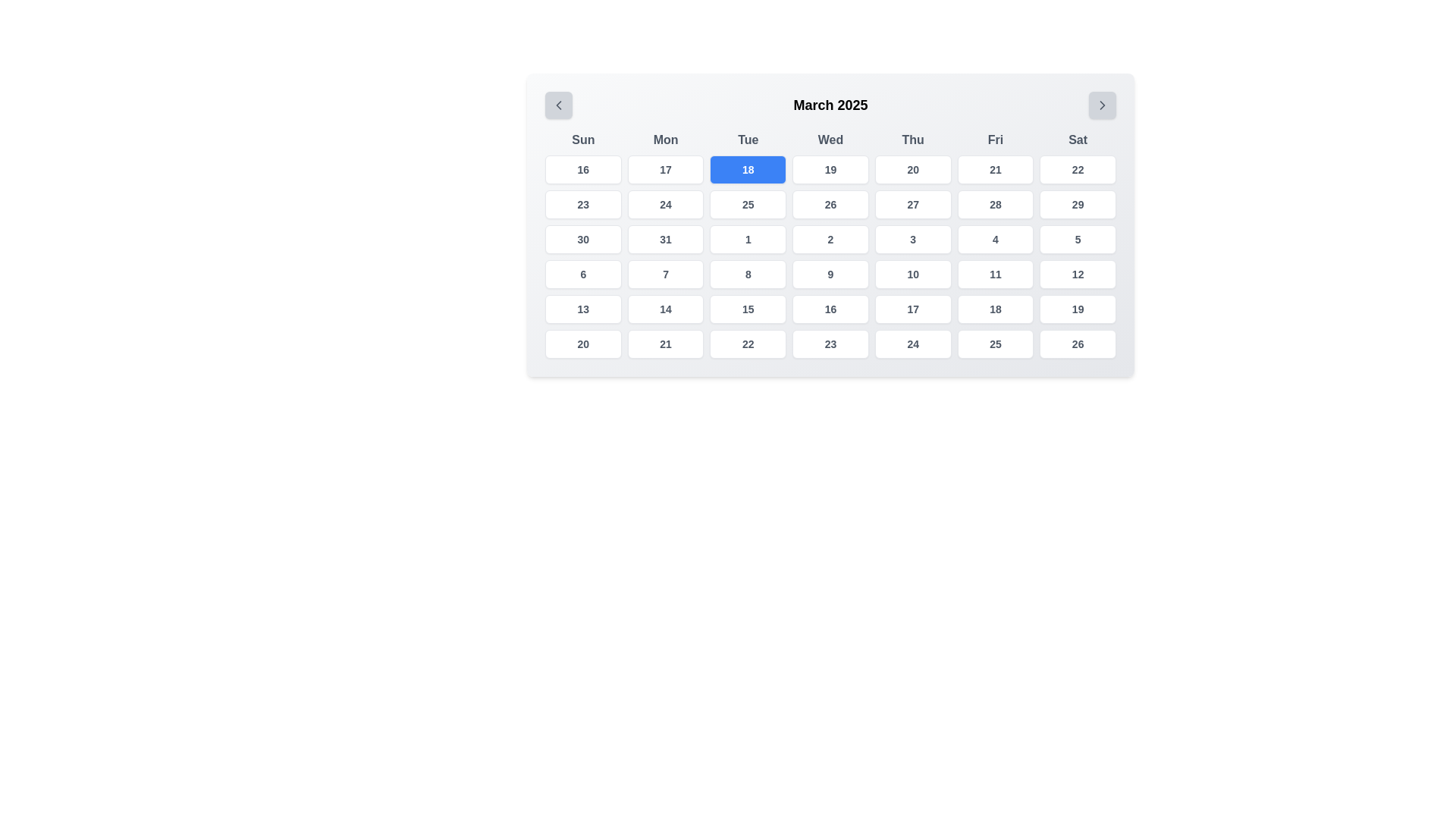 The width and height of the screenshot is (1456, 819). I want to click on the button displaying the number '6' in the calendar grid for March 2025, so click(582, 275).